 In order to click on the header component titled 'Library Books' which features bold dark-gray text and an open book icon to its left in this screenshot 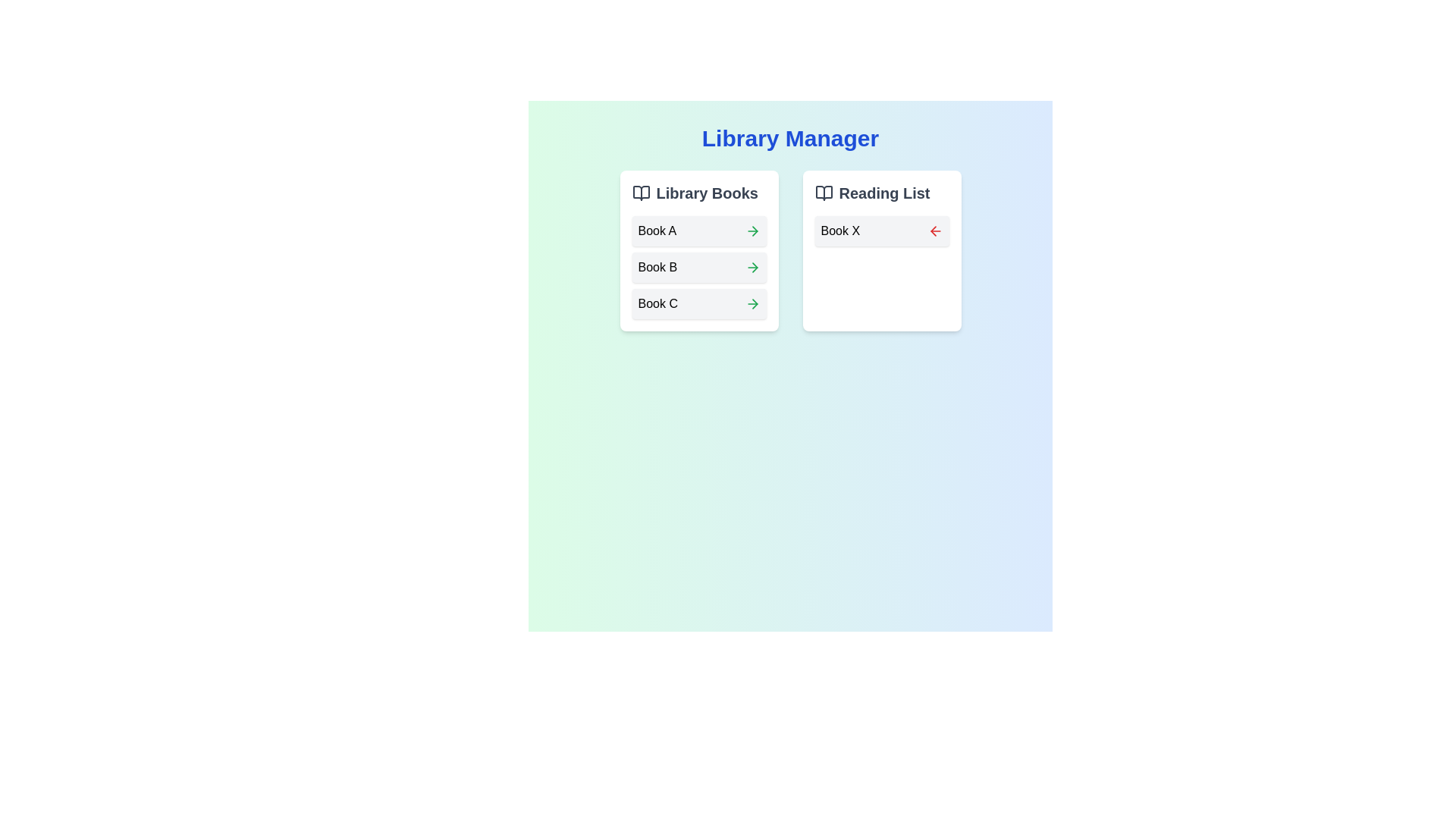, I will do `click(698, 192)`.